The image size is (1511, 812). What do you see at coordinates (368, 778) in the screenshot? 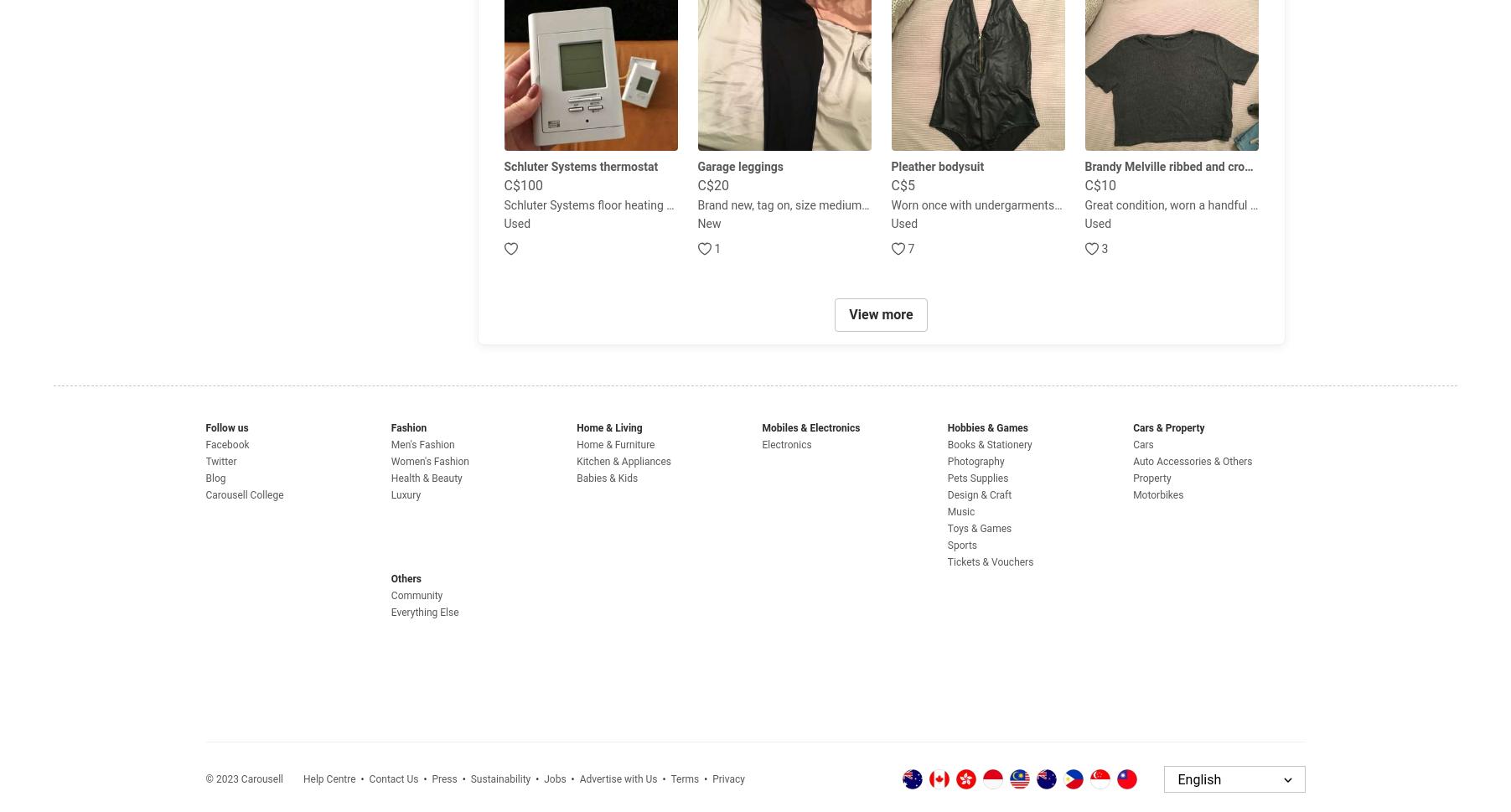
I see `'Contact Us'` at bounding box center [368, 778].